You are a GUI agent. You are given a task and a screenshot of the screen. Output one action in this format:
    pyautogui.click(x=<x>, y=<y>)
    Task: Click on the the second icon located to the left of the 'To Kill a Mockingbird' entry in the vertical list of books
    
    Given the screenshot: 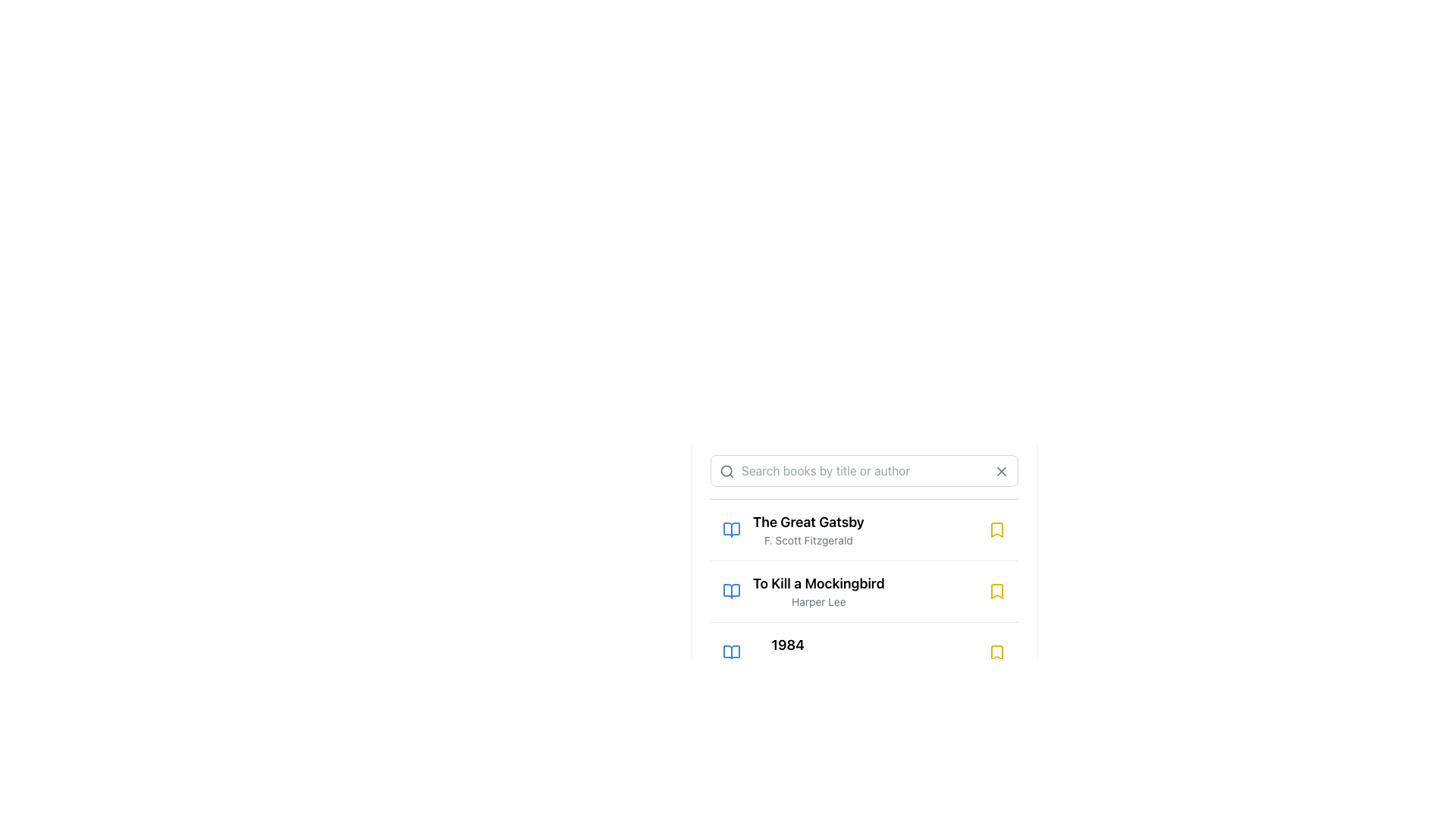 What is the action you would take?
    pyautogui.click(x=731, y=590)
    